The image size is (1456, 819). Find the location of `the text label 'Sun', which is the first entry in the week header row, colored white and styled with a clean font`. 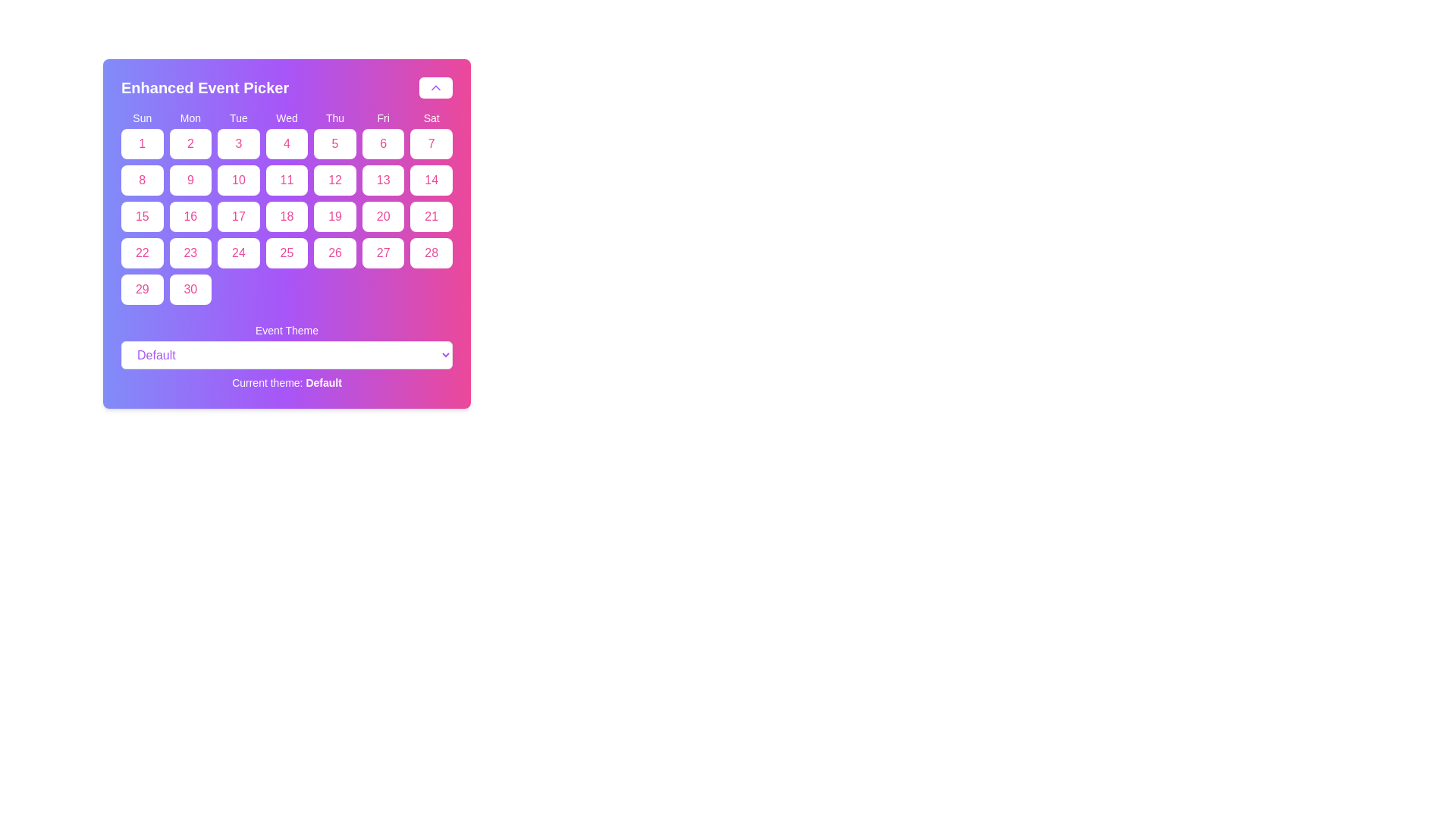

the text label 'Sun', which is the first entry in the week header row, colored white and styled with a clean font is located at coordinates (142, 117).